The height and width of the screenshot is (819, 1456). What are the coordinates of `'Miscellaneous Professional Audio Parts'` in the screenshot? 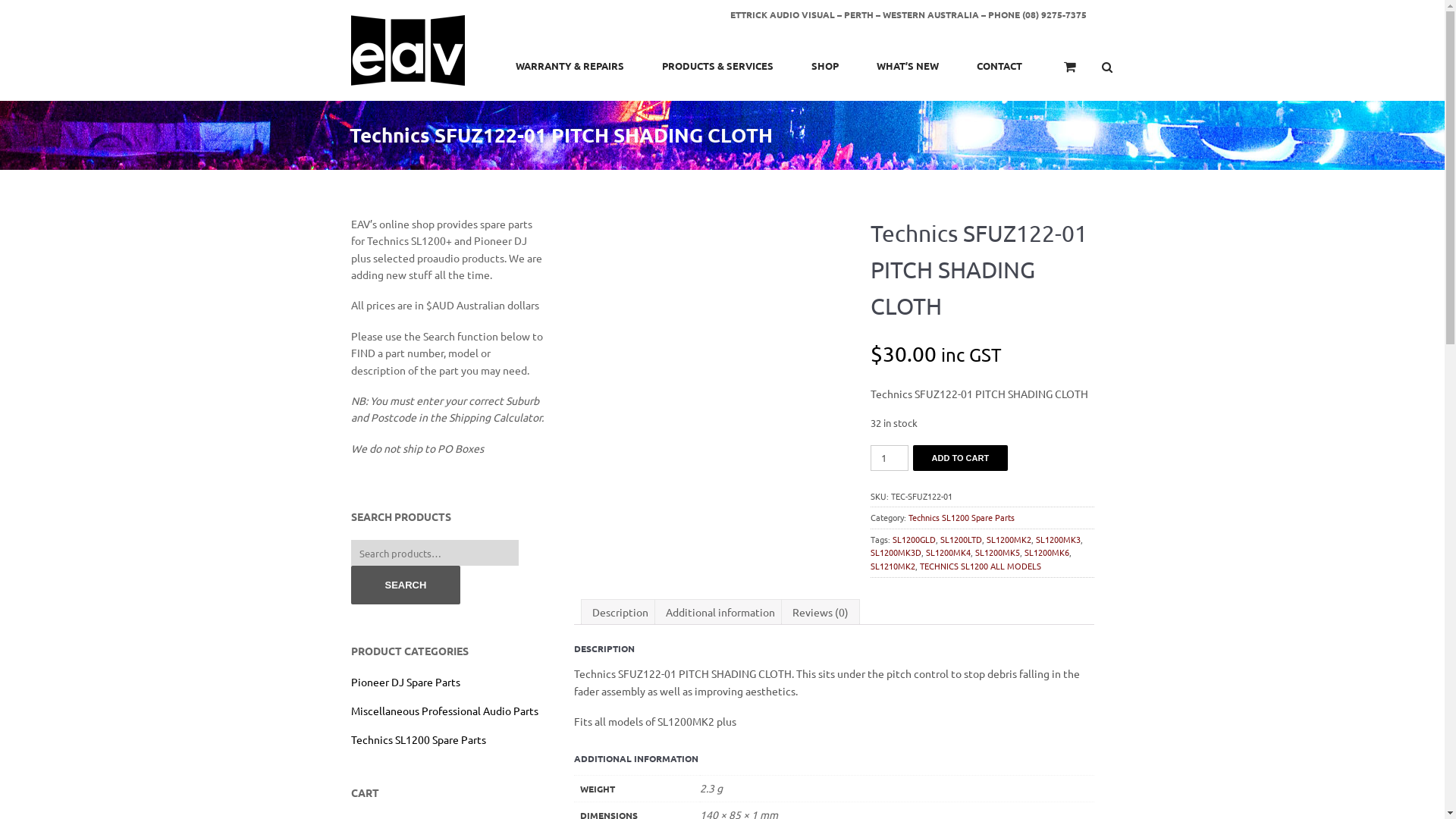 It's located at (443, 711).